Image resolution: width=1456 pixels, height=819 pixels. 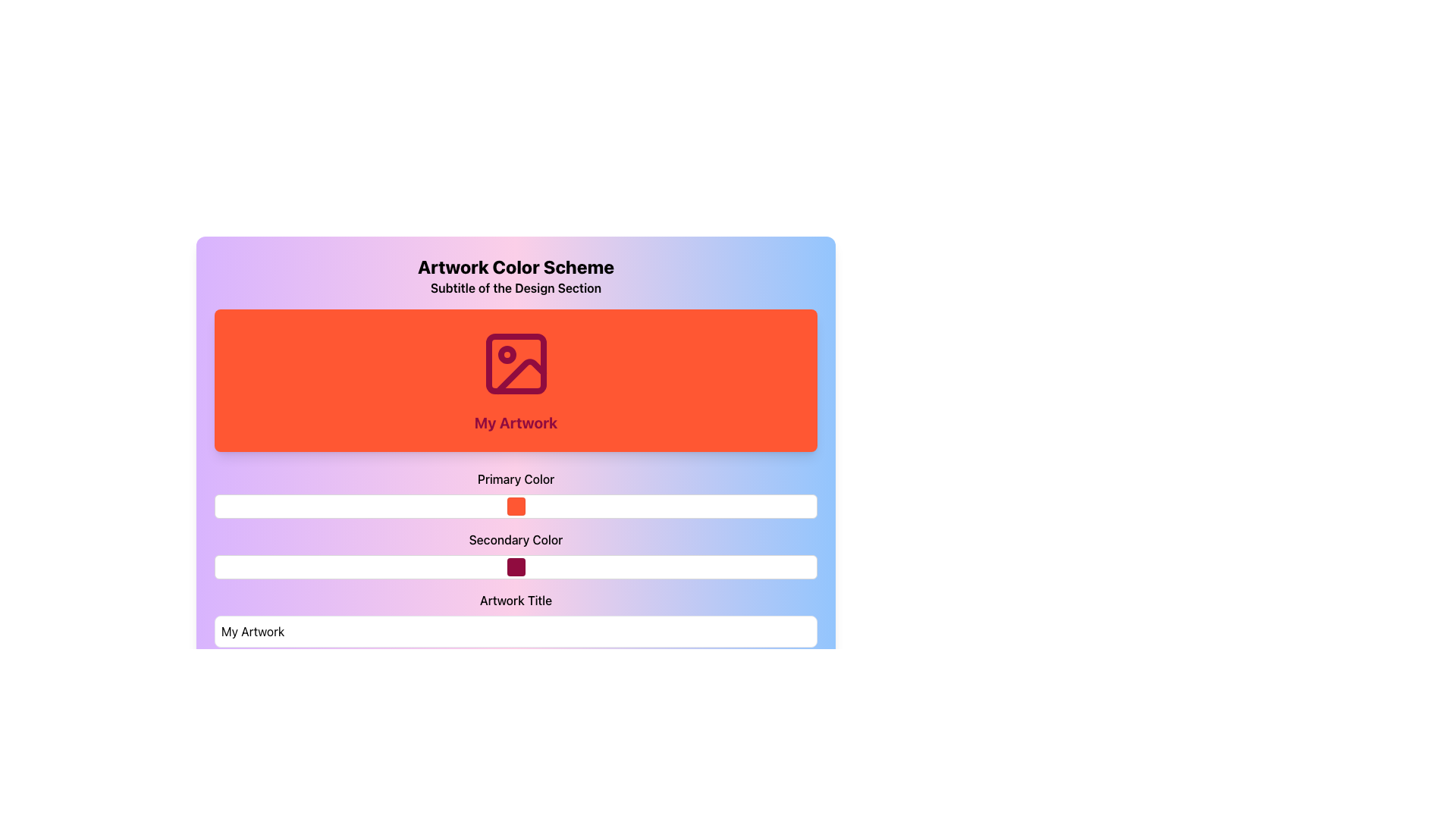 What do you see at coordinates (516, 620) in the screenshot?
I see `the 'Artwork Title' text input field to focus it, which is styled with a bordered, rounded rectangle and positioned below the 'Secondary Color' group` at bounding box center [516, 620].